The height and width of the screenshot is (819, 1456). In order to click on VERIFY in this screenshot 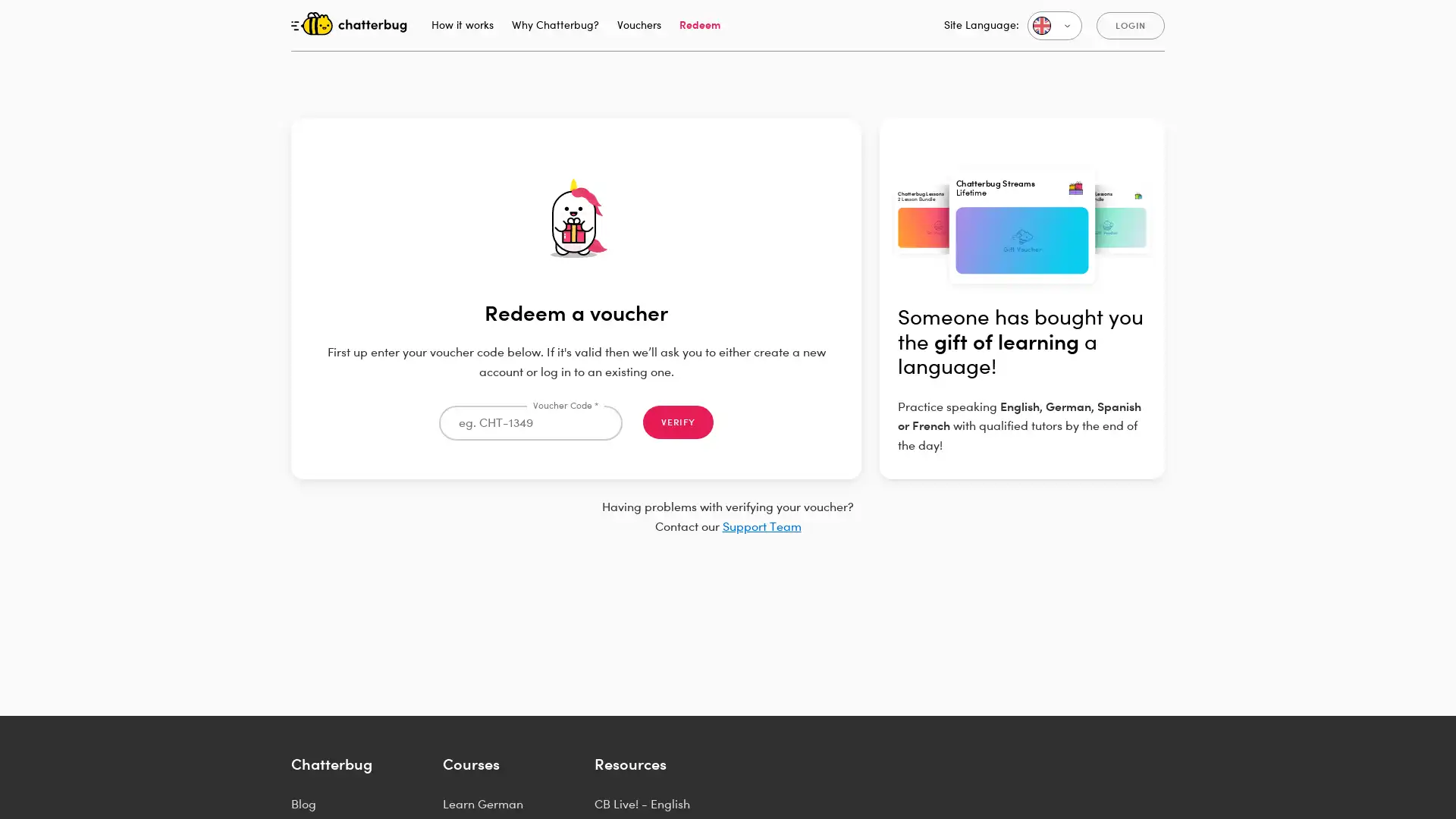, I will do `click(676, 422)`.